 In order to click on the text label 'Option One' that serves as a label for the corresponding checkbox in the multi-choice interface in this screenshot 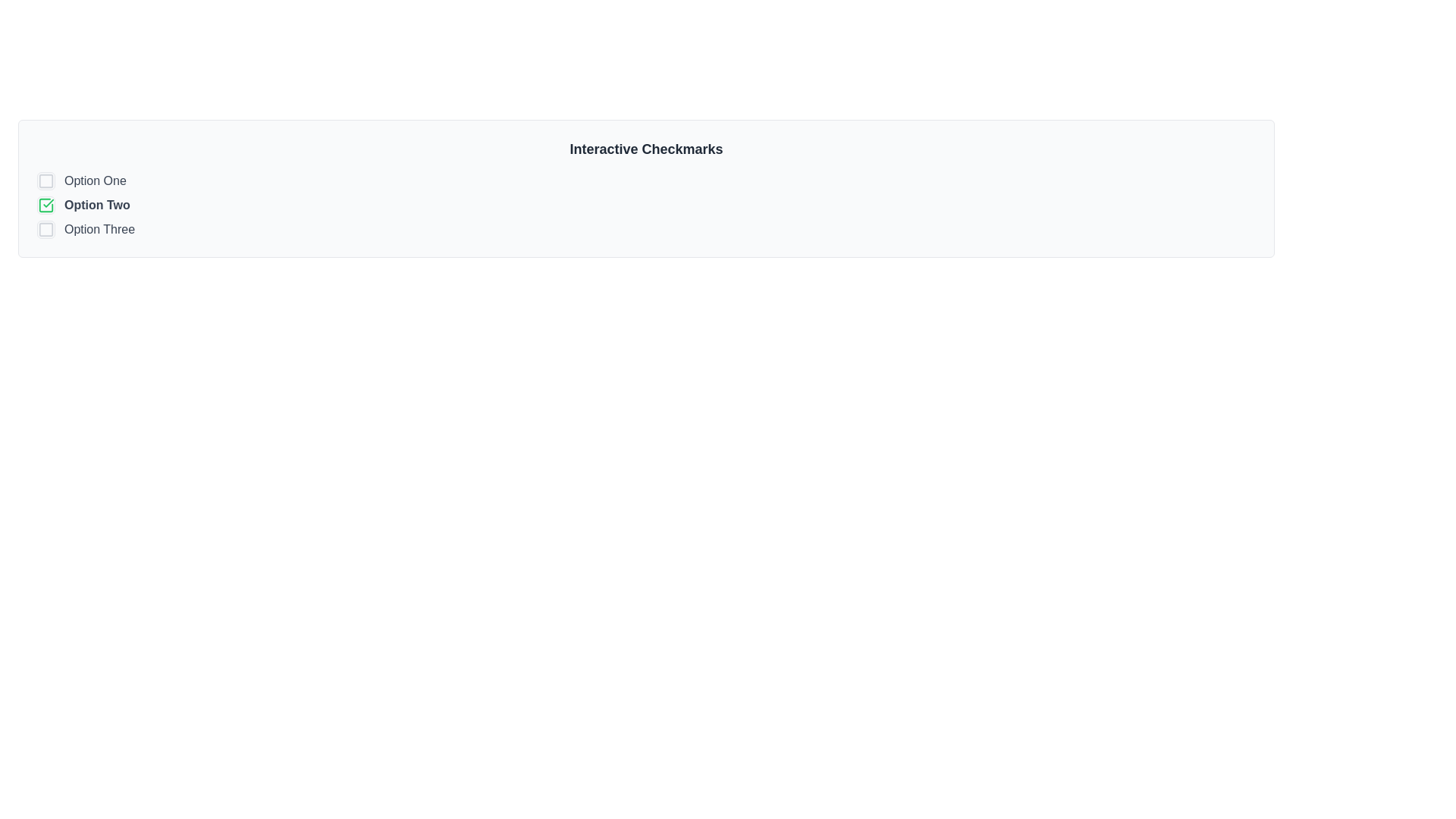, I will do `click(94, 180)`.